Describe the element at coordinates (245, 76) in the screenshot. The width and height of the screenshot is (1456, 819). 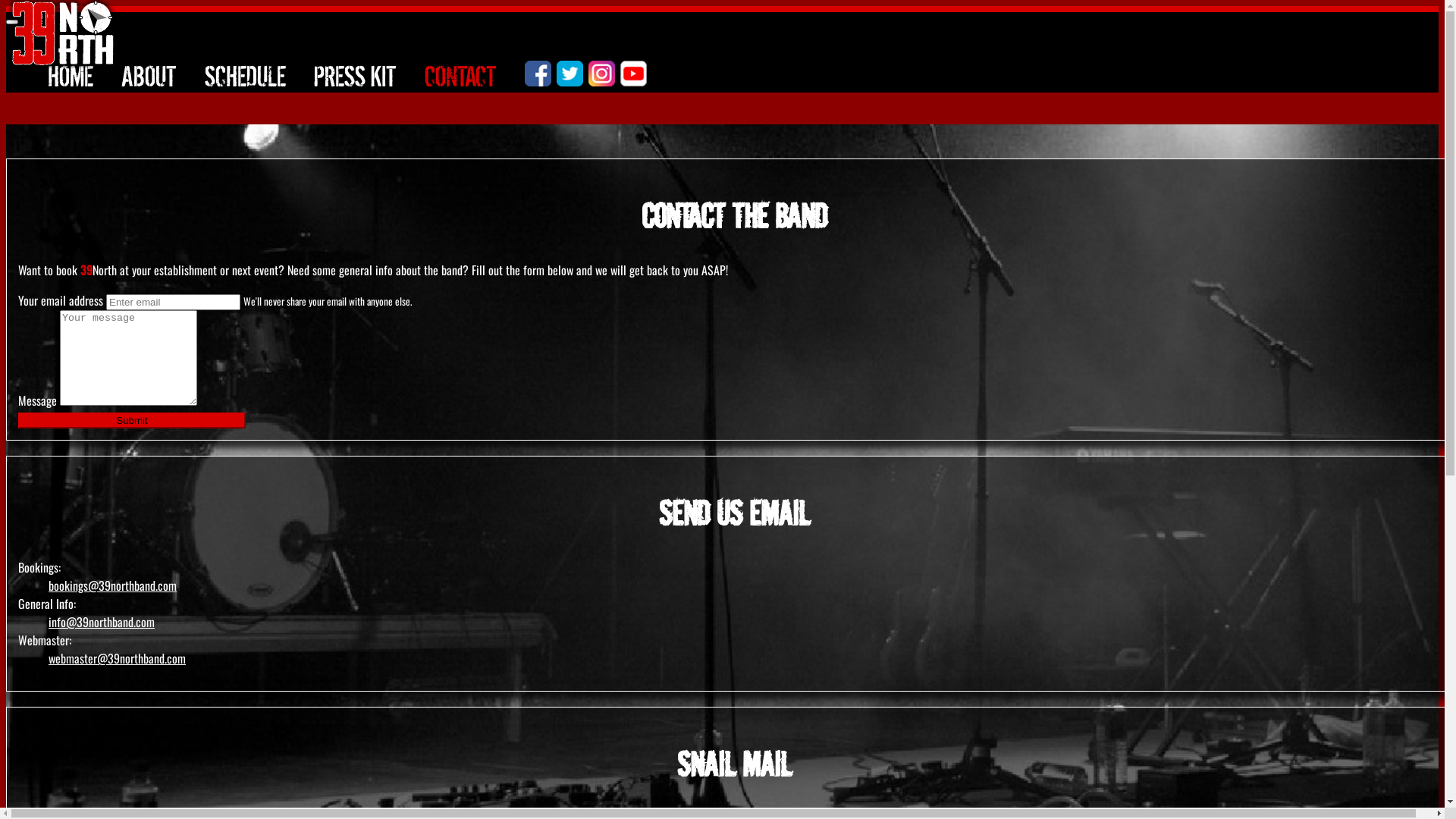
I see `'SCHEDULE'` at that location.